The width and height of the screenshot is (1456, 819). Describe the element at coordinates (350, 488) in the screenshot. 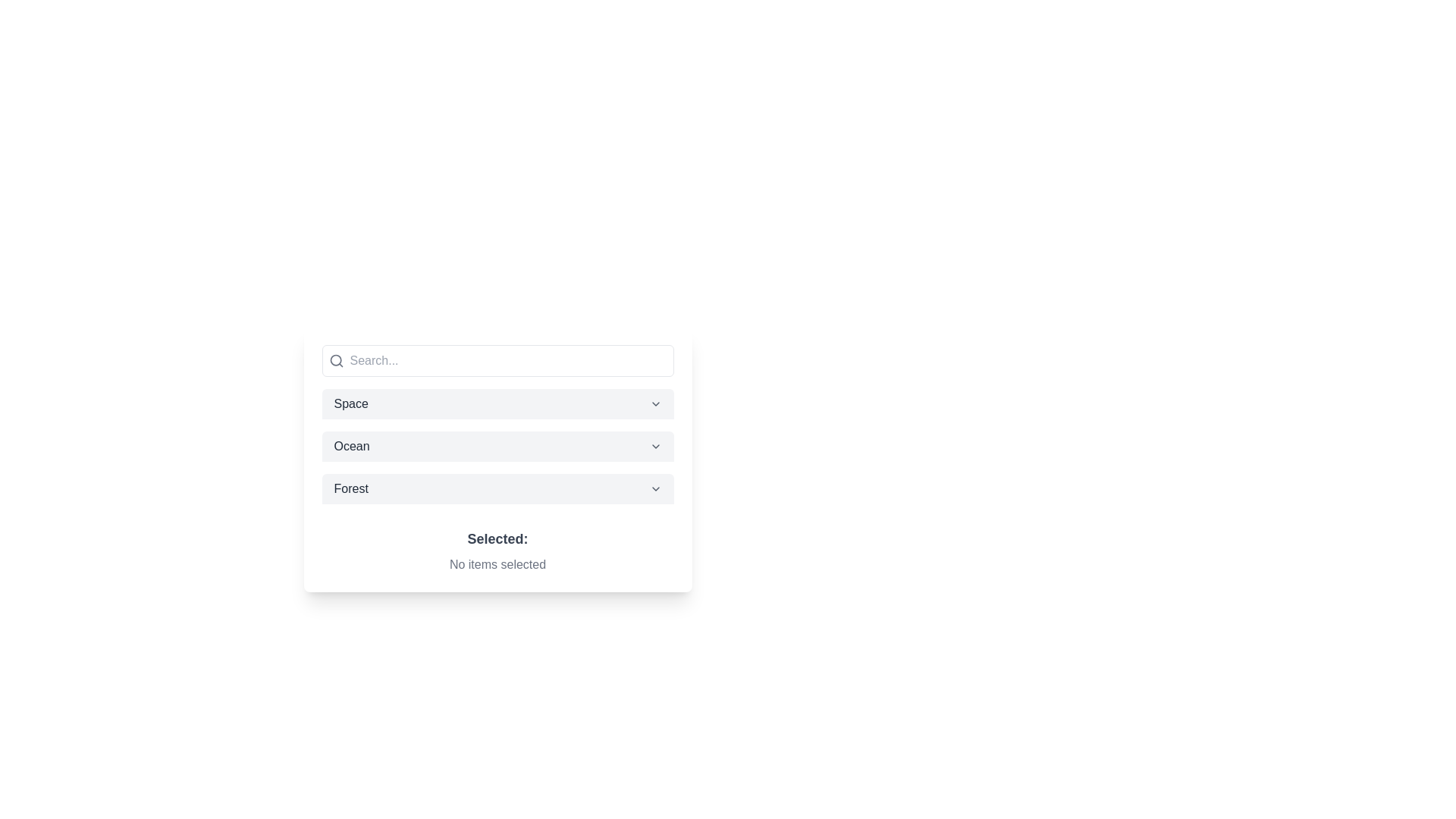

I see `the static text label that indicates a selectable category in the dropdown menu, located to the left of the downward-pointing chevron icon` at that location.